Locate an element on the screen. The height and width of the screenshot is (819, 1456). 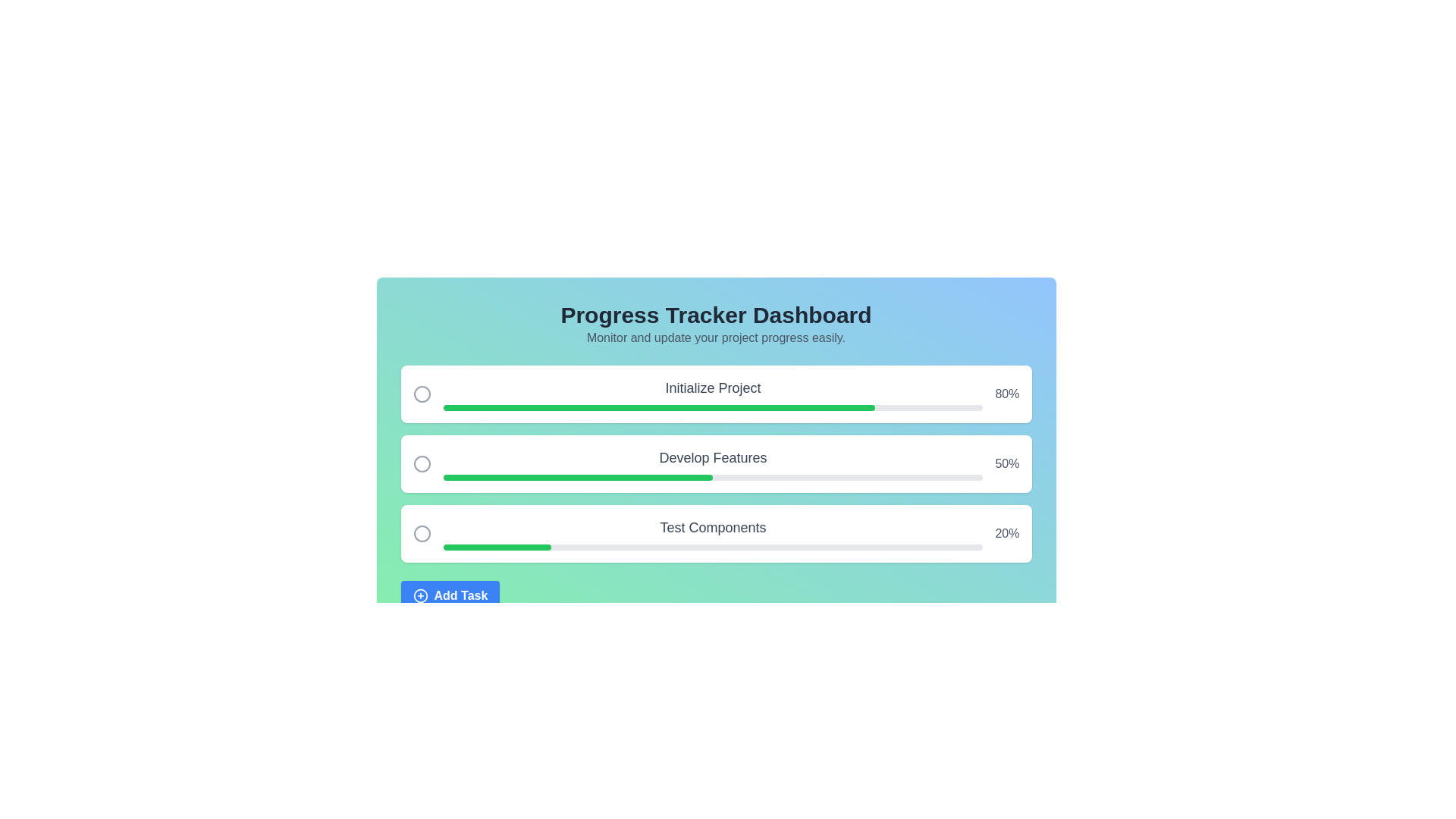
the static text label that reads 'Monitor and update your project progress easily.' located below the 'Progress Tracker Dashboard' header is located at coordinates (715, 337).